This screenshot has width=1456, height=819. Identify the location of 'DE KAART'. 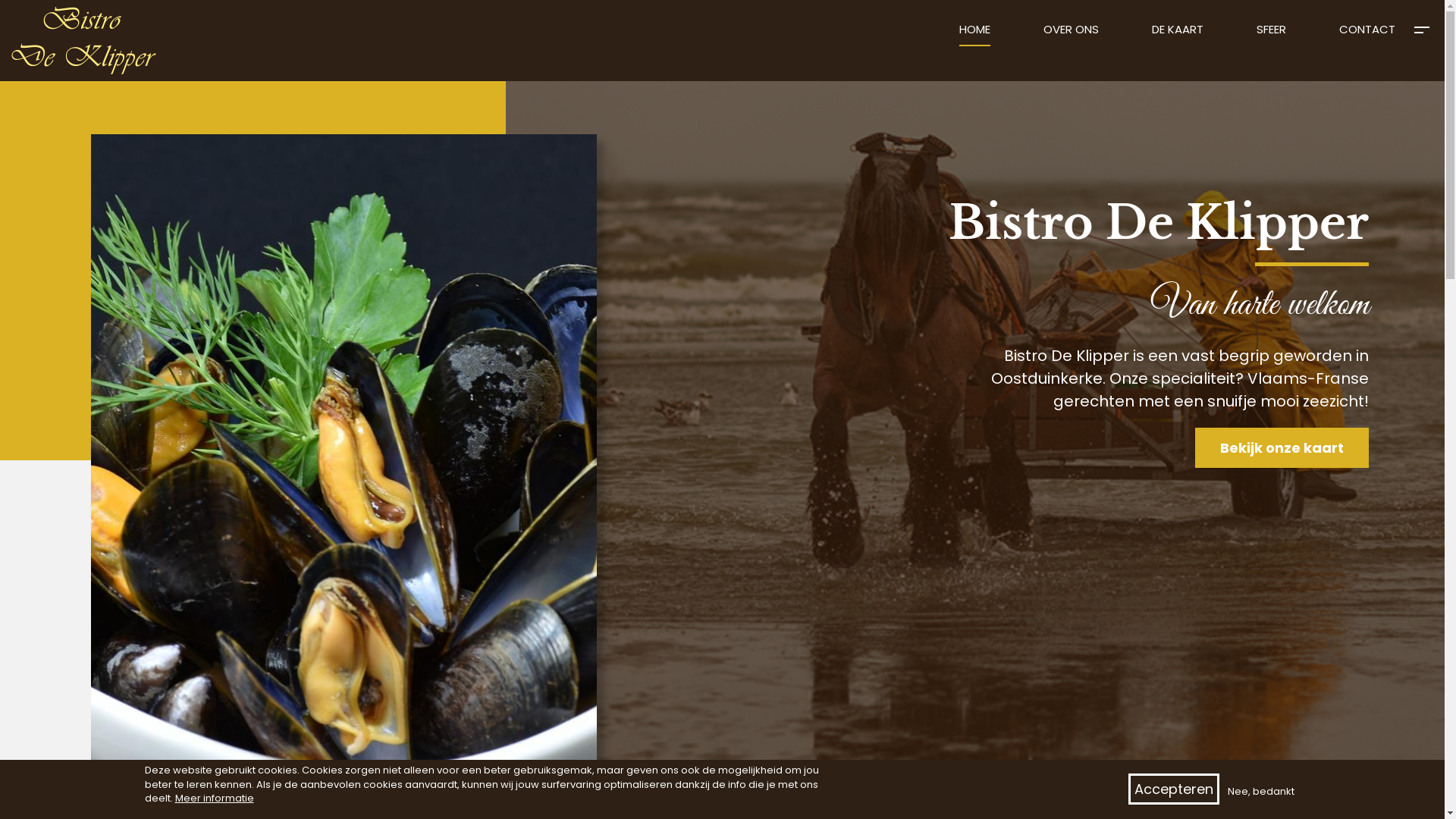
(1177, 34).